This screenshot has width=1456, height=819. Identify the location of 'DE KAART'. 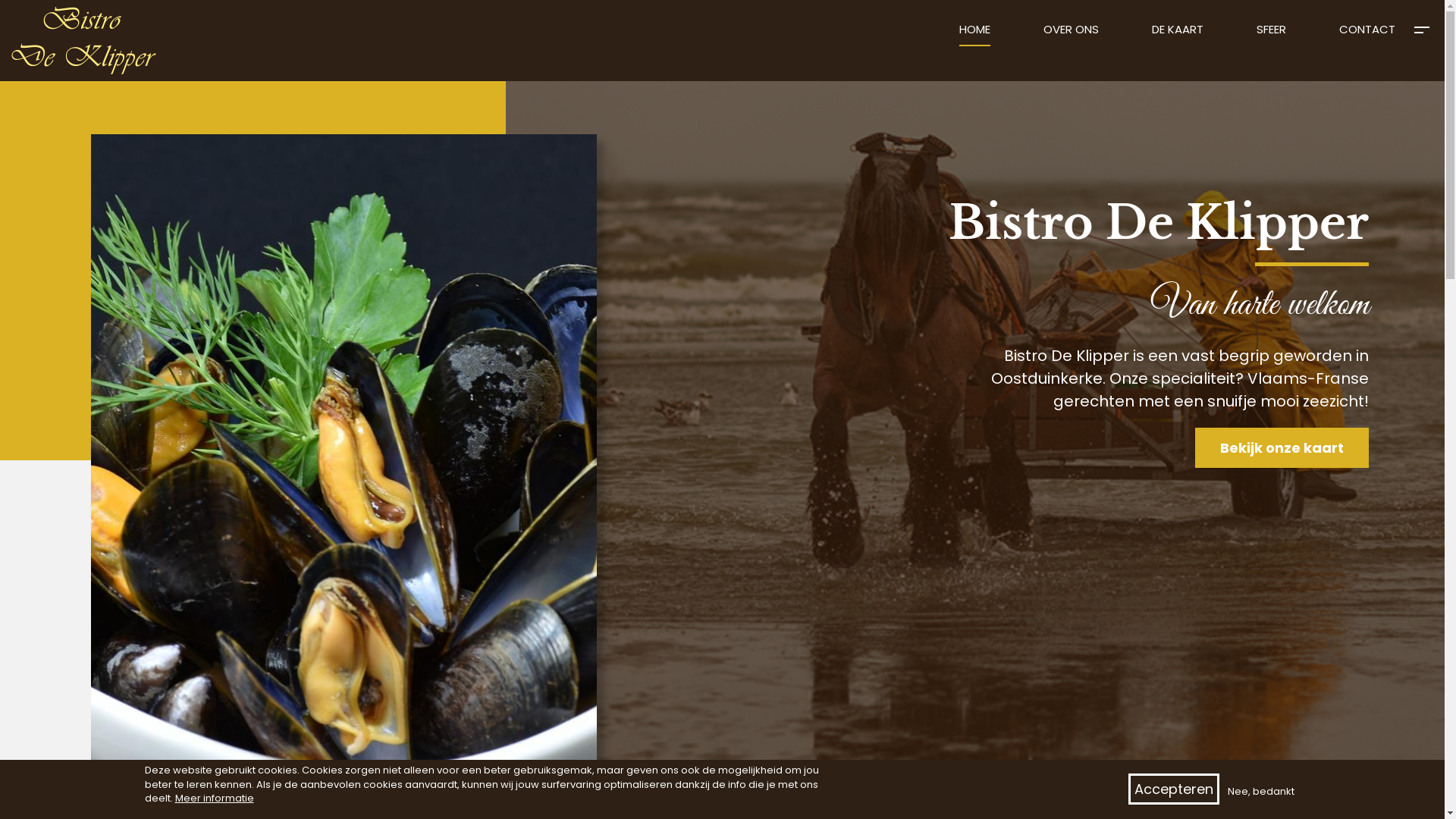
(1177, 34).